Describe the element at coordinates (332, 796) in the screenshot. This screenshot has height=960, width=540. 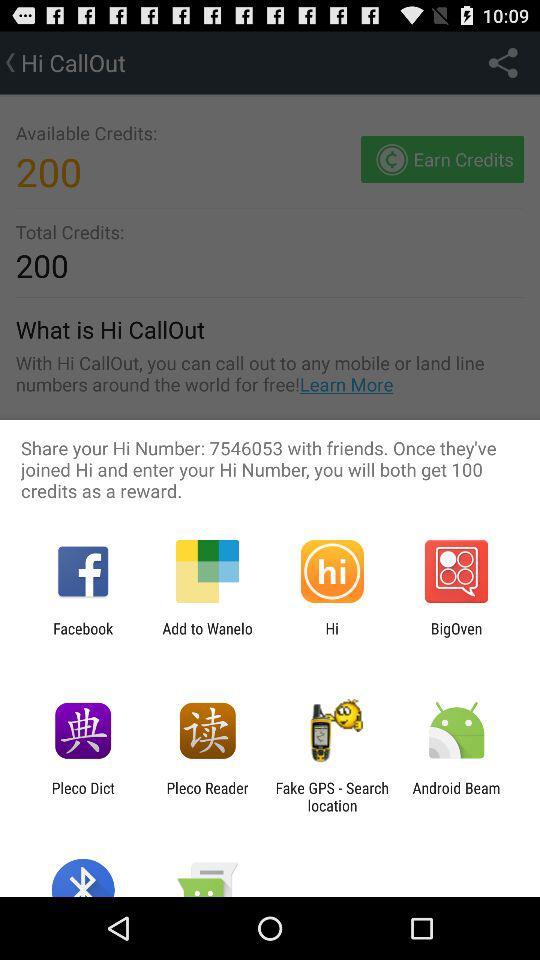
I see `the fake gps search` at that location.